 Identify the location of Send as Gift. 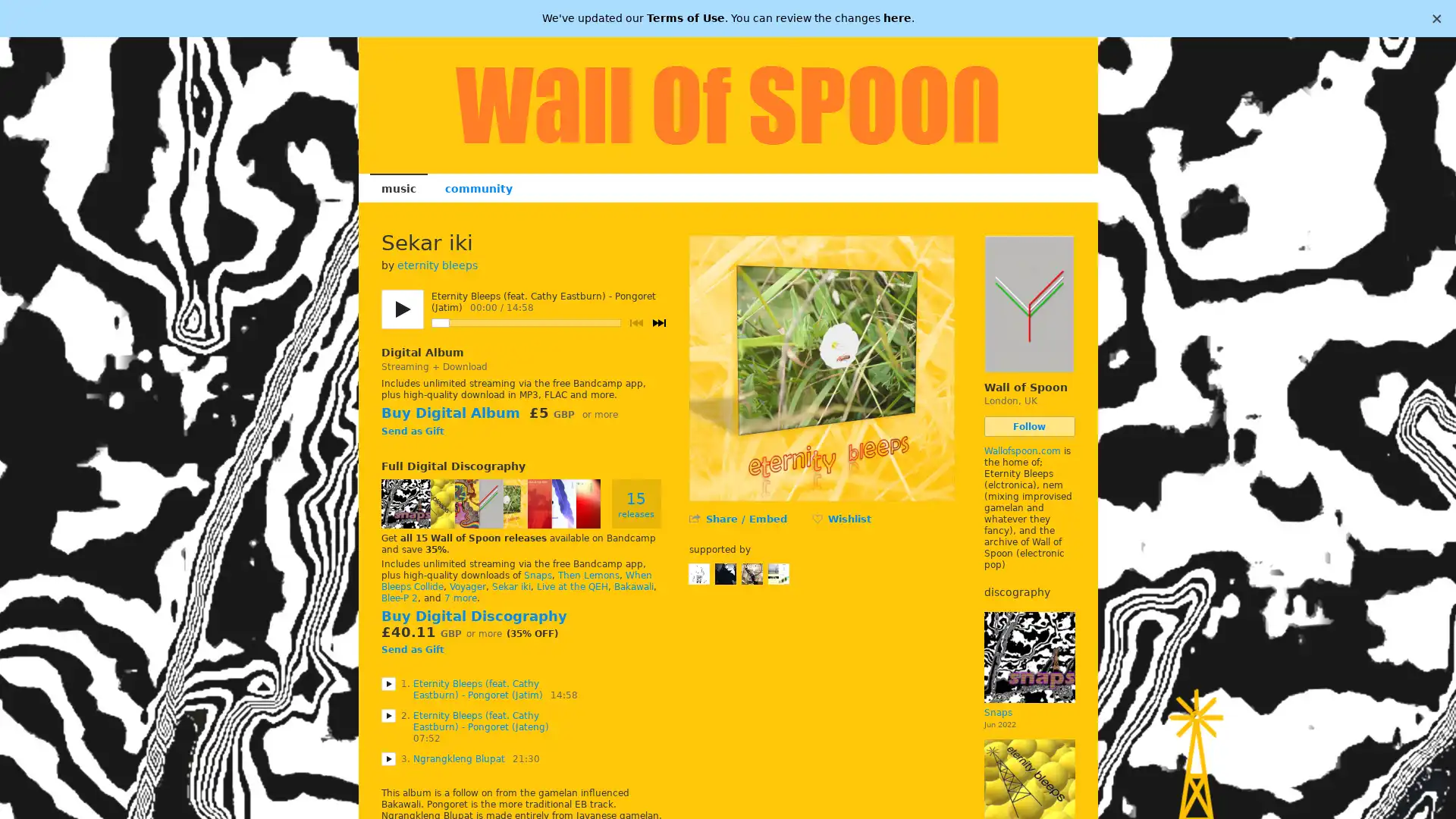
(412, 432).